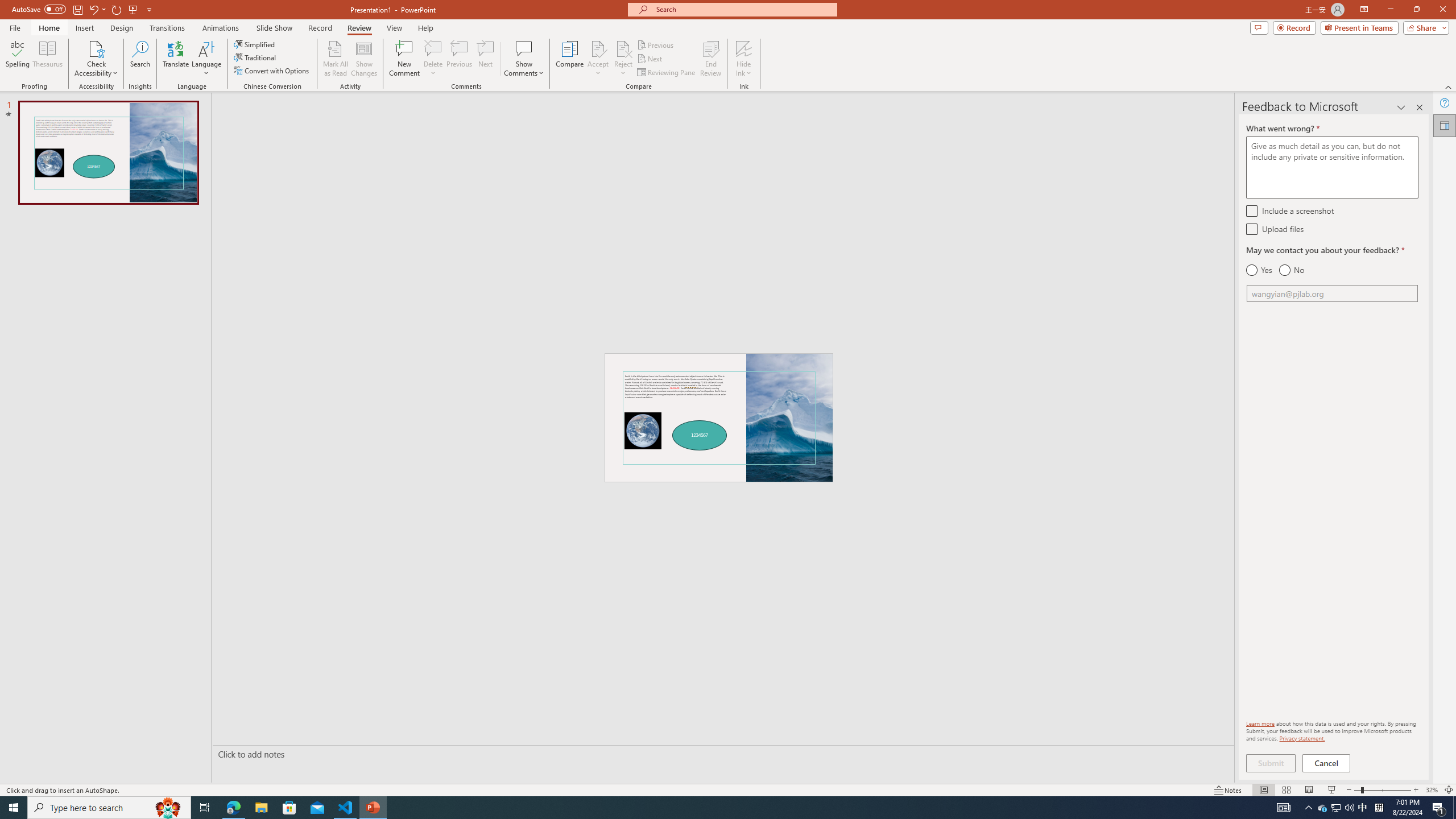 This screenshot has width=1456, height=819. What do you see at coordinates (336, 59) in the screenshot?
I see `'Mark All as Read'` at bounding box center [336, 59].